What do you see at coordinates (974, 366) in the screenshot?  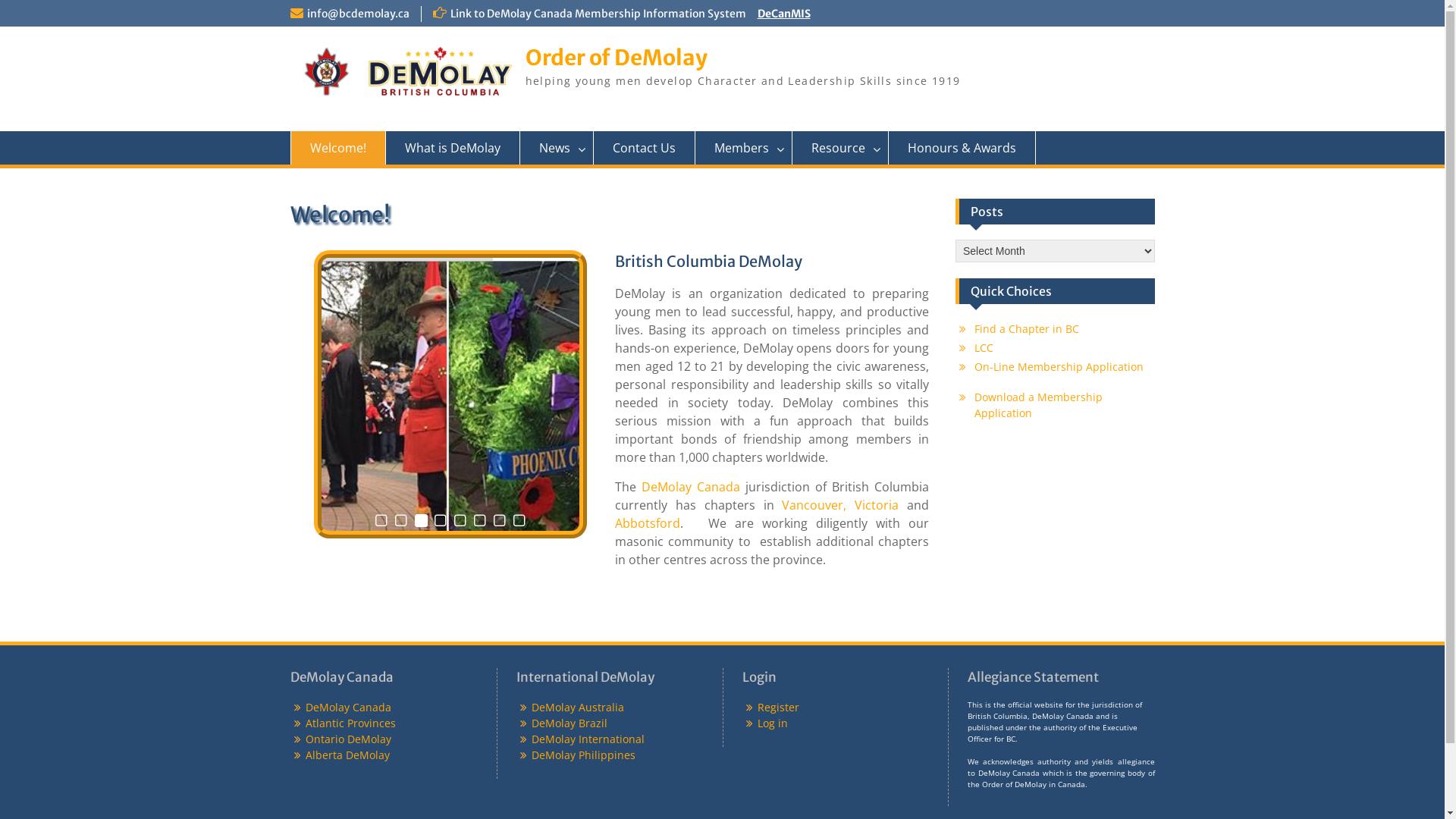 I see `'On-Line Membership Application'` at bounding box center [974, 366].